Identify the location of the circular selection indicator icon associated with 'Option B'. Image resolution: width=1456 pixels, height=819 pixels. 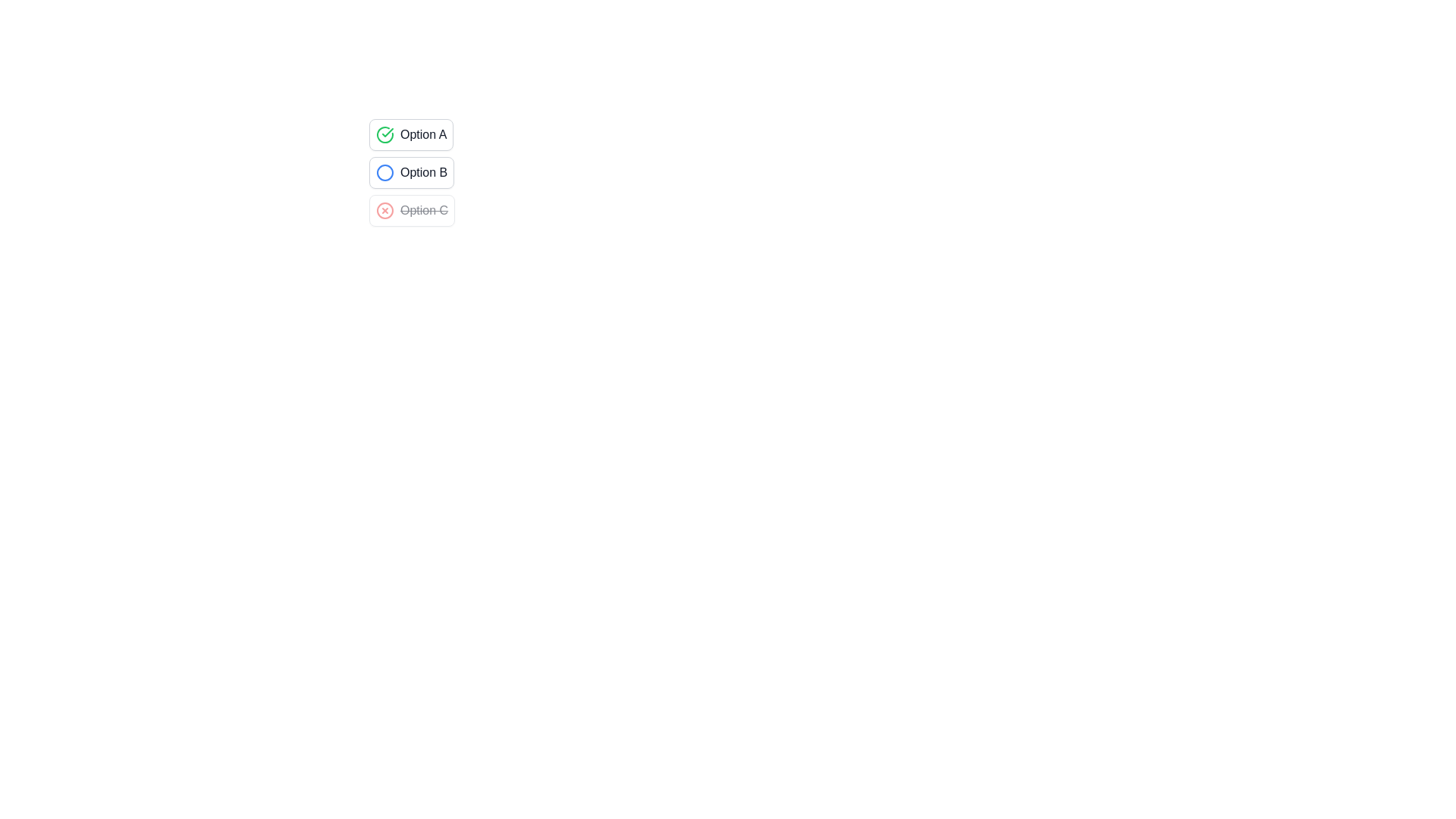
(385, 171).